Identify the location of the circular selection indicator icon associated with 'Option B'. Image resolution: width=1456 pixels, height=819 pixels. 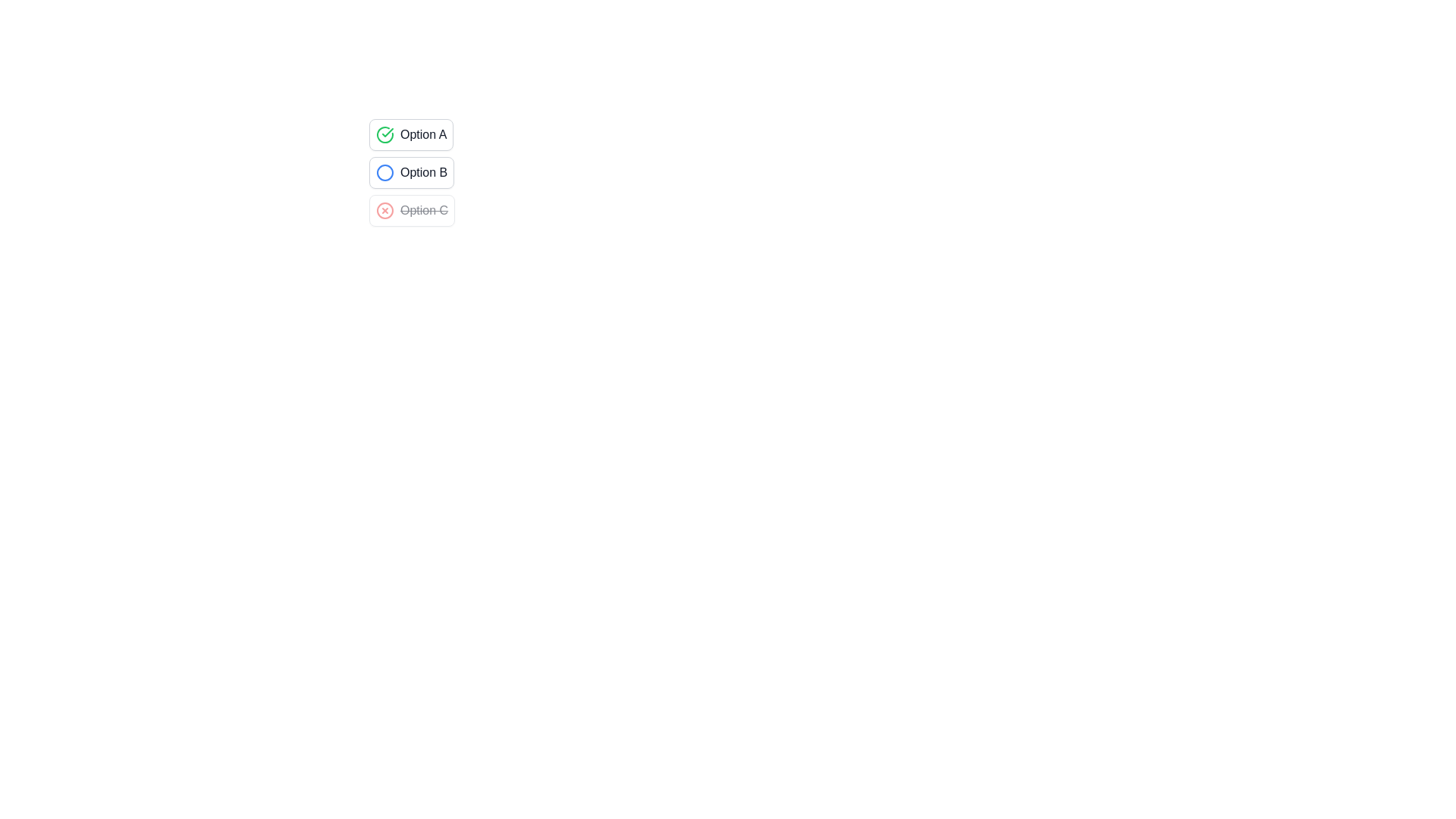
(385, 171).